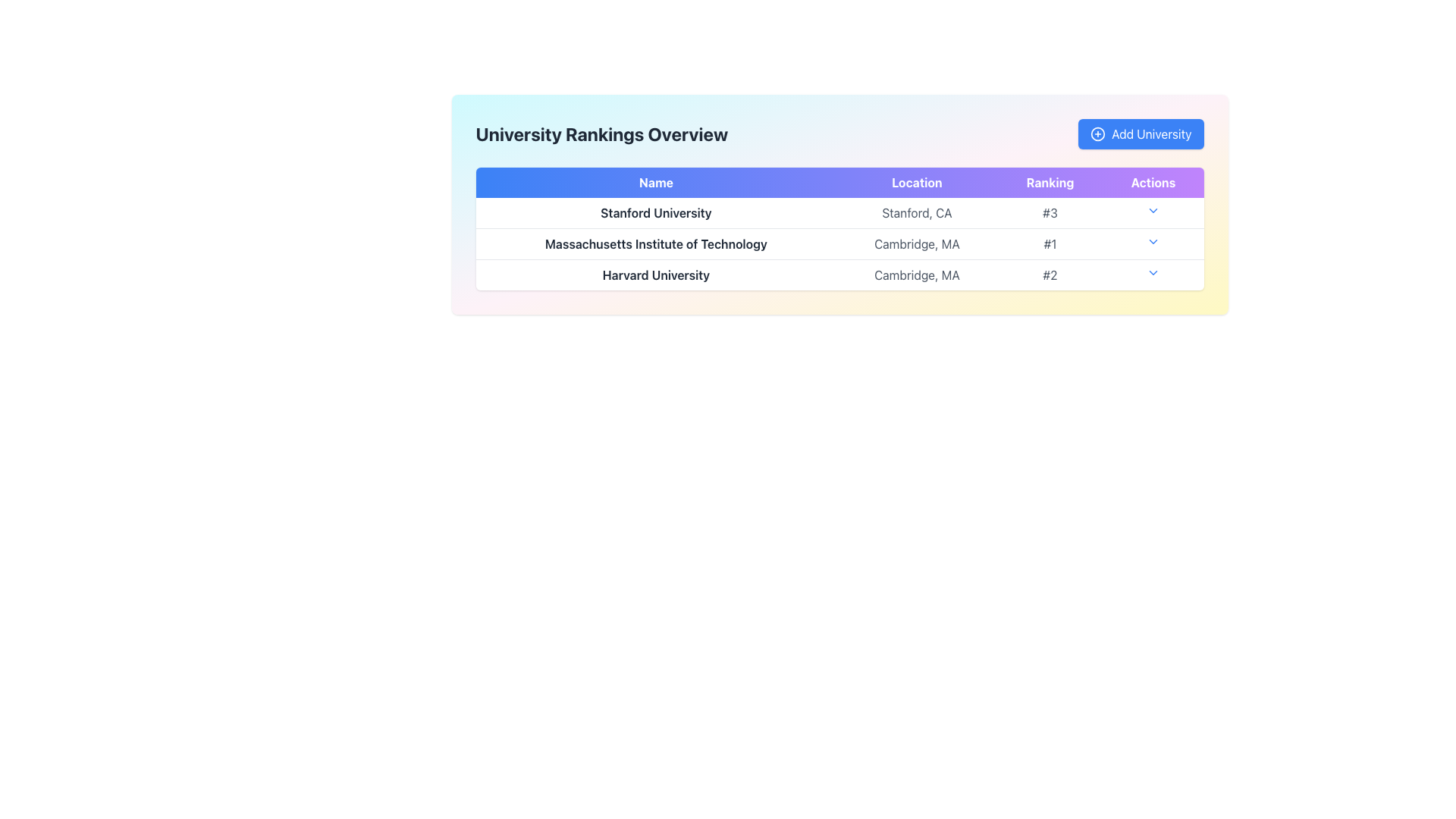 The height and width of the screenshot is (819, 1456). Describe the element at coordinates (1050, 213) in the screenshot. I see `the text snippet displaying '#3' in gray color, located in the 'Ranking' column of the first row, between 'Stanford, CA' and the 'Actions' column` at that location.